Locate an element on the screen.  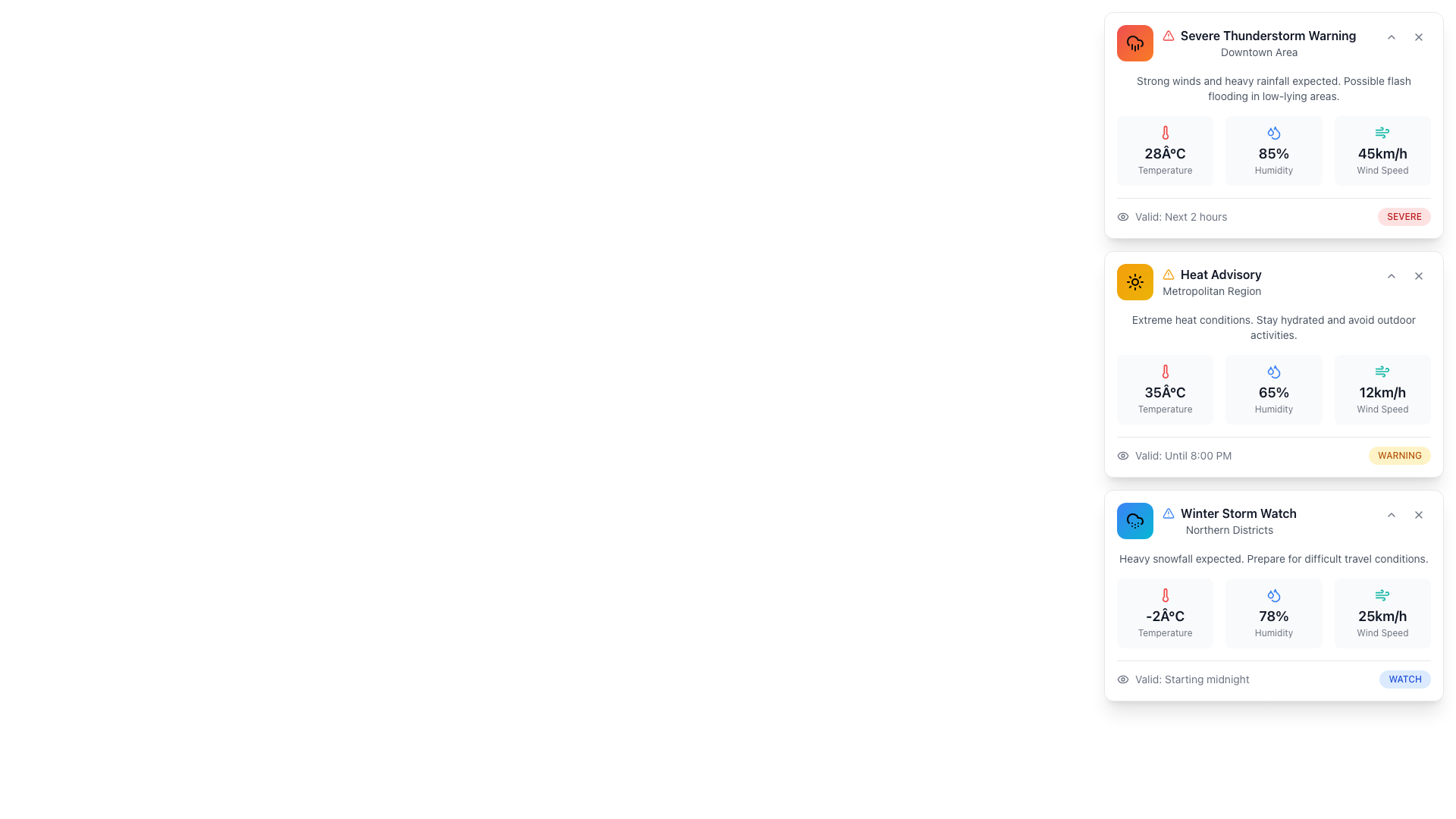
the close button in the top-right corner of the 'Heat Advisory' card is located at coordinates (1418, 275).